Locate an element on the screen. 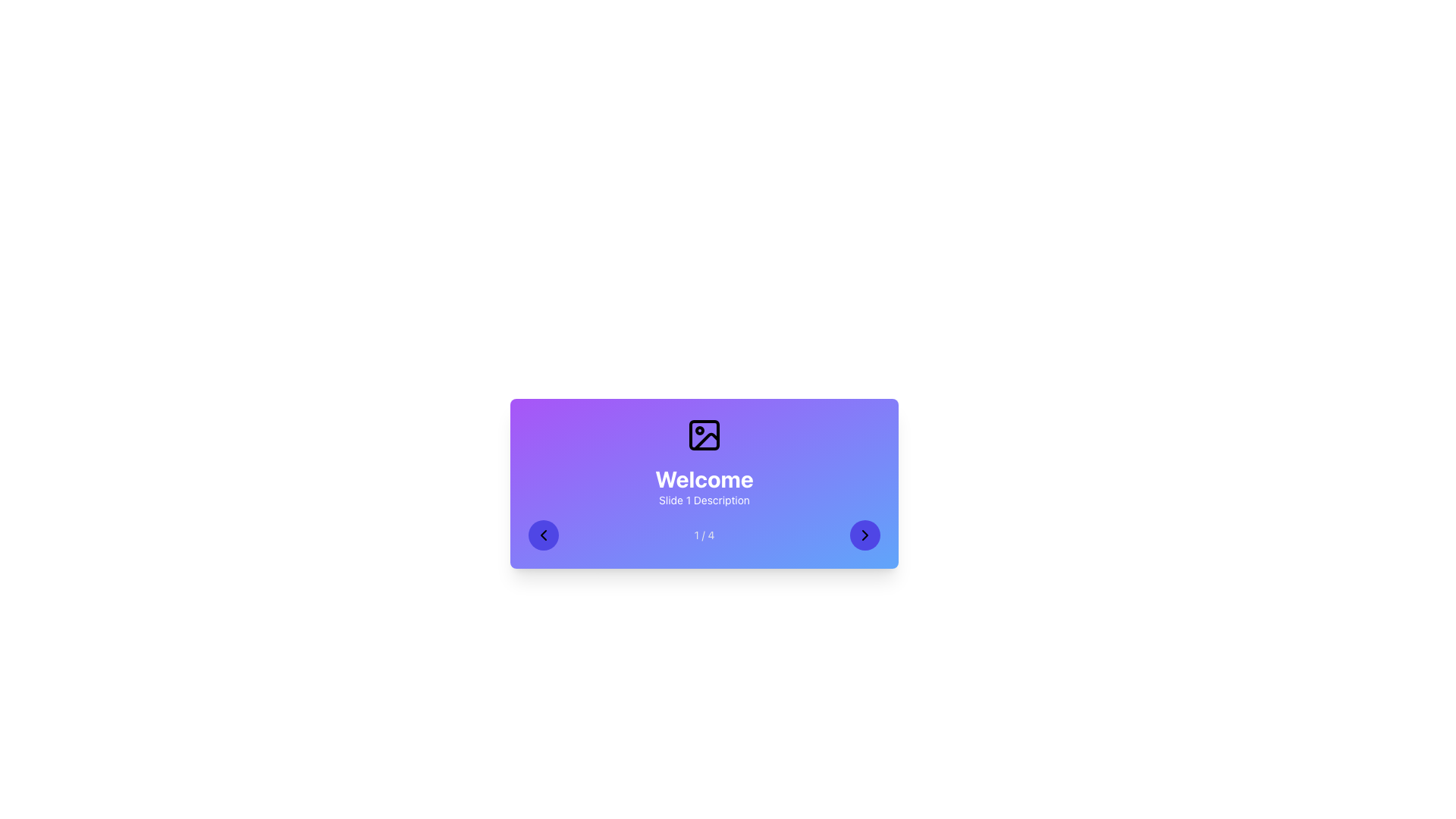 The image size is (1456, 819). the centered photo icon within the card-style panel, which features a rounded frame and a decorative sun symbol is located at coordinates (704, 435).